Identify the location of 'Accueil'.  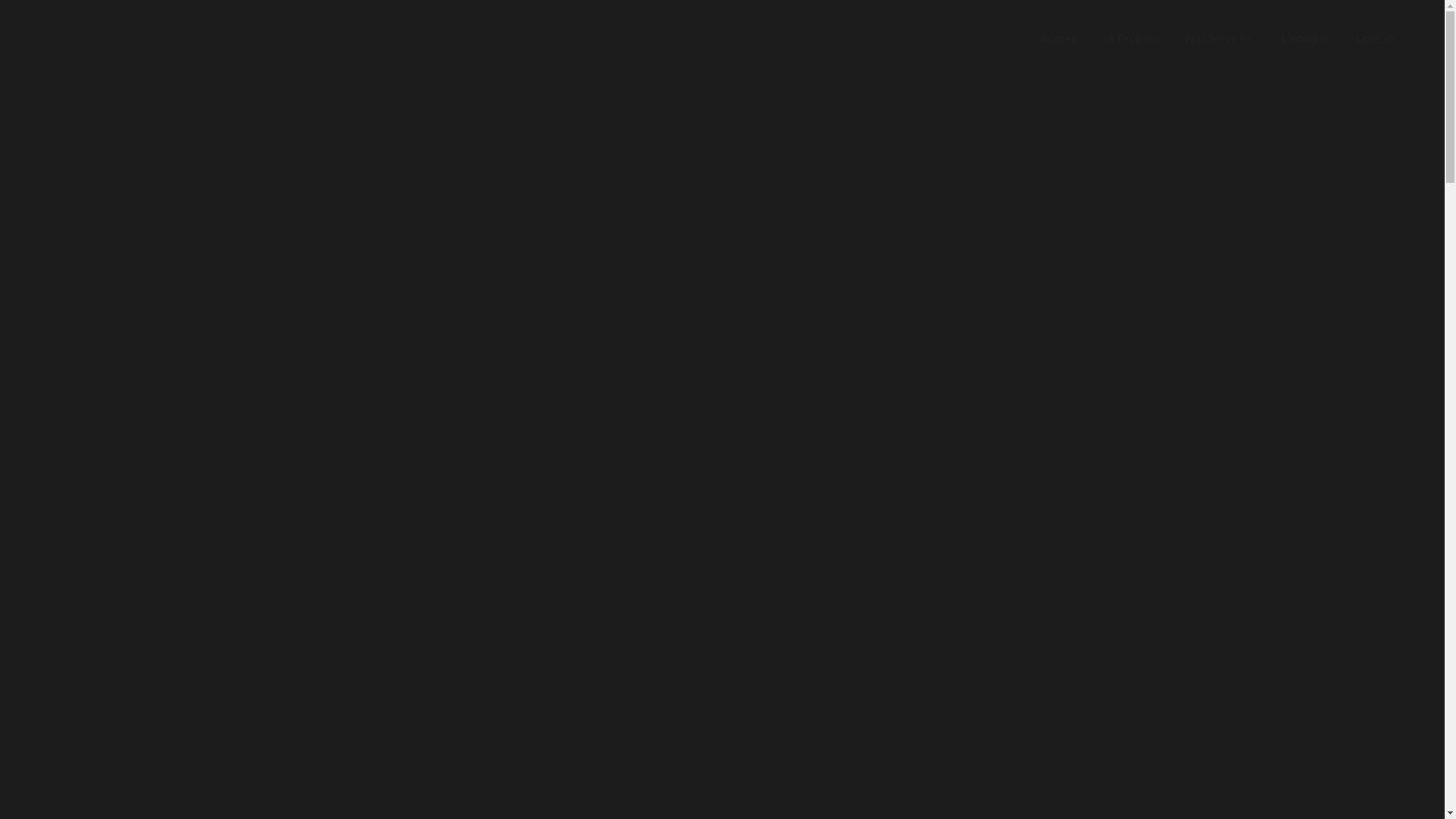
(1058, 37).